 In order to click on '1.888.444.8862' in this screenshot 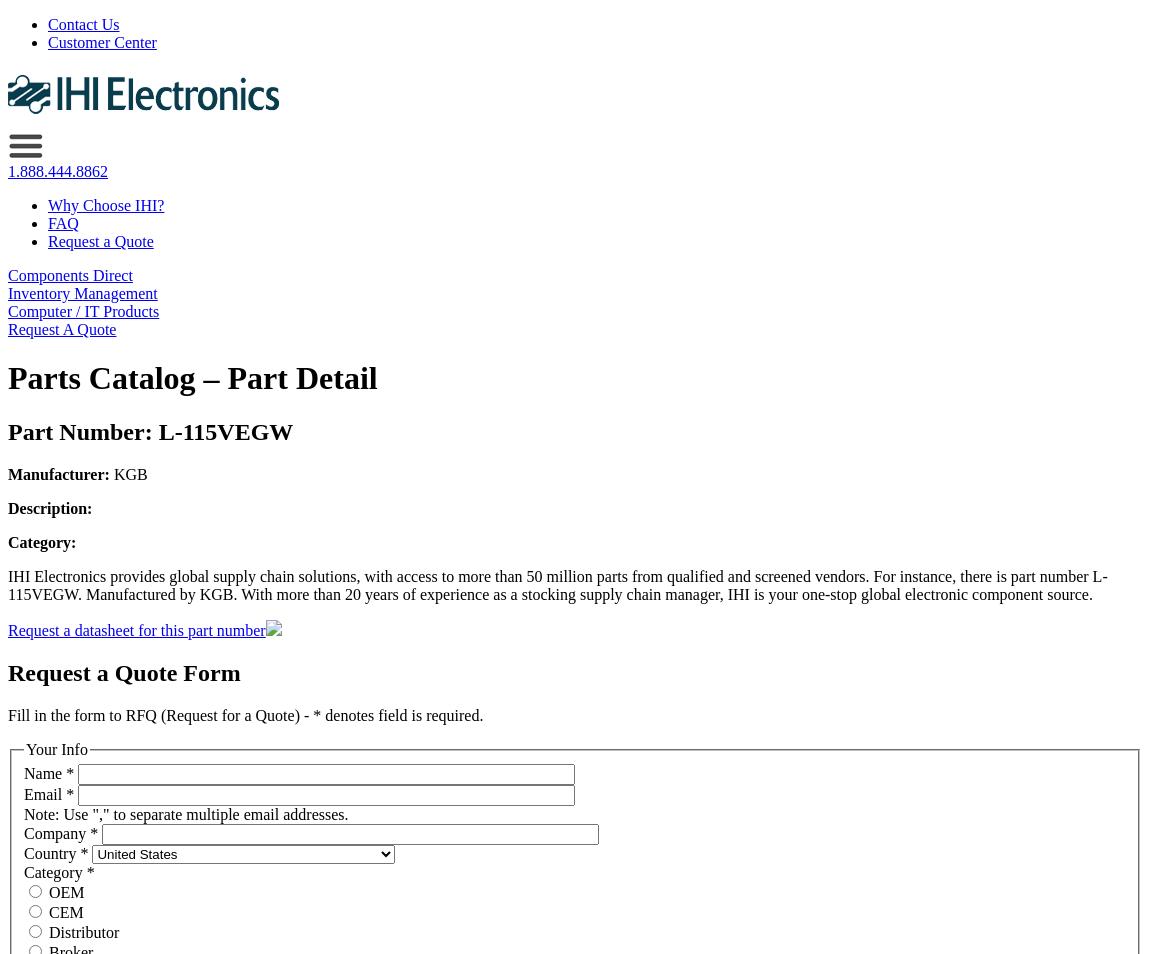, I will do `click(56, 170)`.